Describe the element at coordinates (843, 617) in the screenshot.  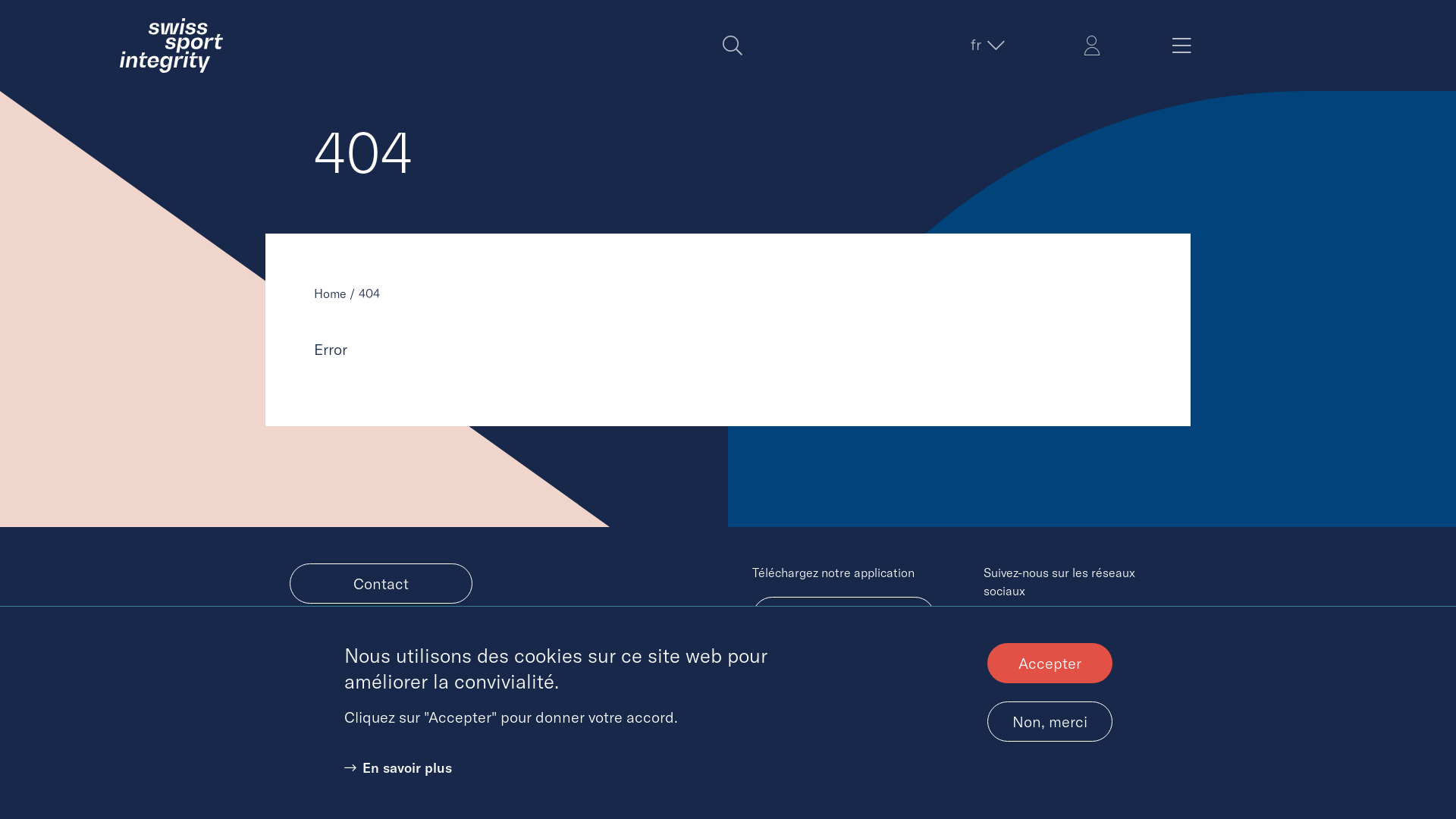
I see `'Android'` at that location.